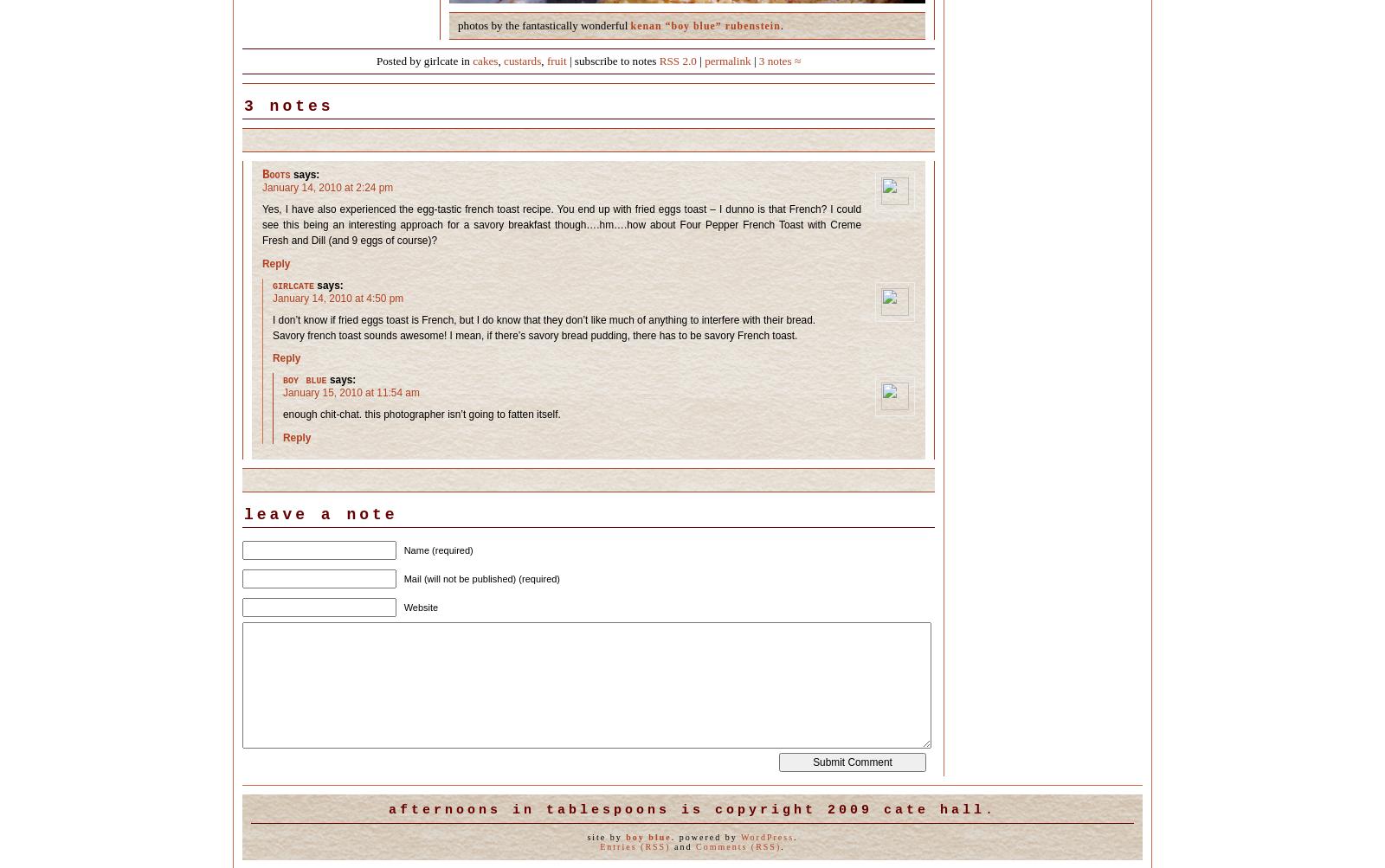  I want to click on 'custards', so click(503, 61).